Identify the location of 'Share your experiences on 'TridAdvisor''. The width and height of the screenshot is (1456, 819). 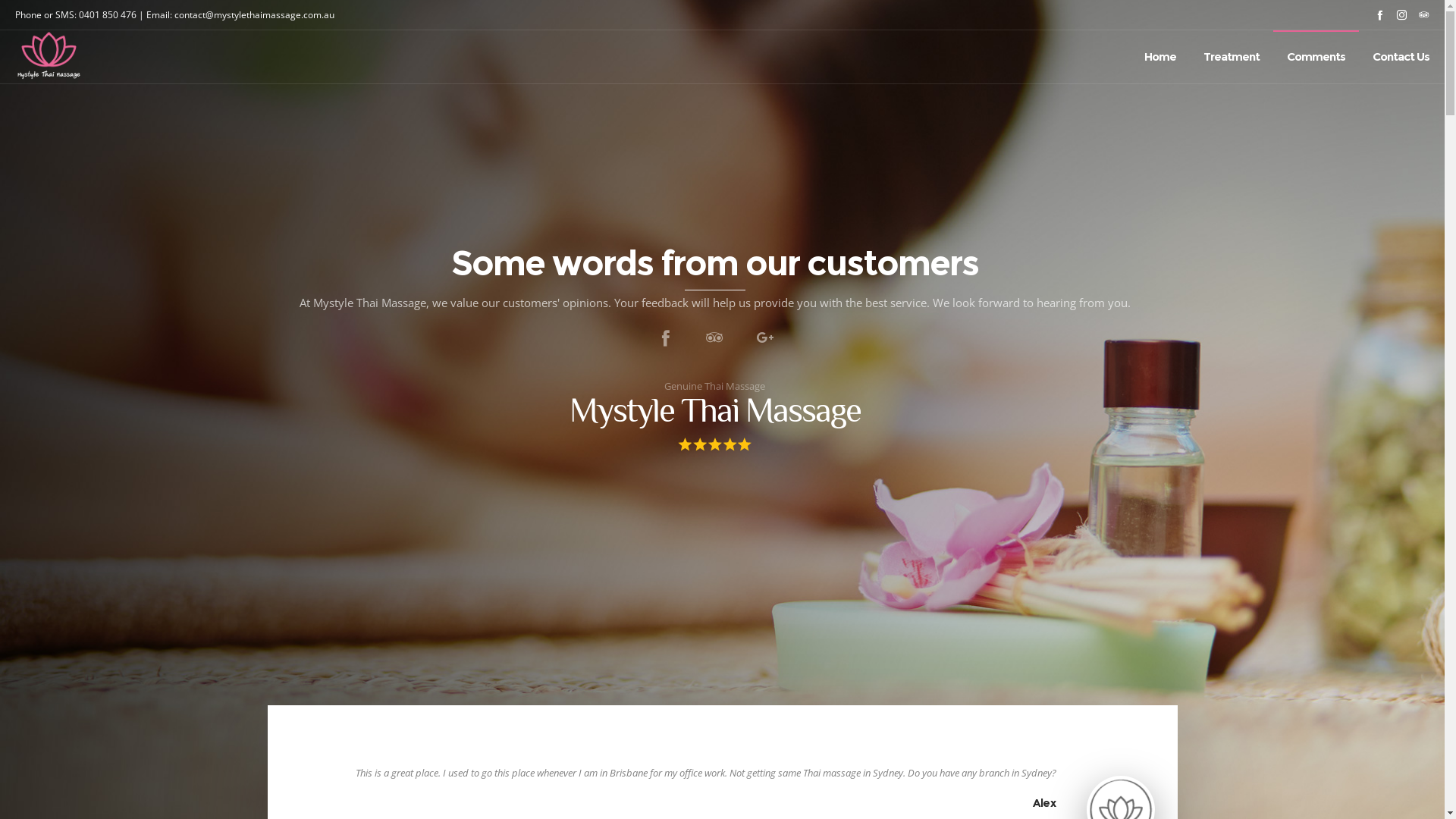
(714, 337).